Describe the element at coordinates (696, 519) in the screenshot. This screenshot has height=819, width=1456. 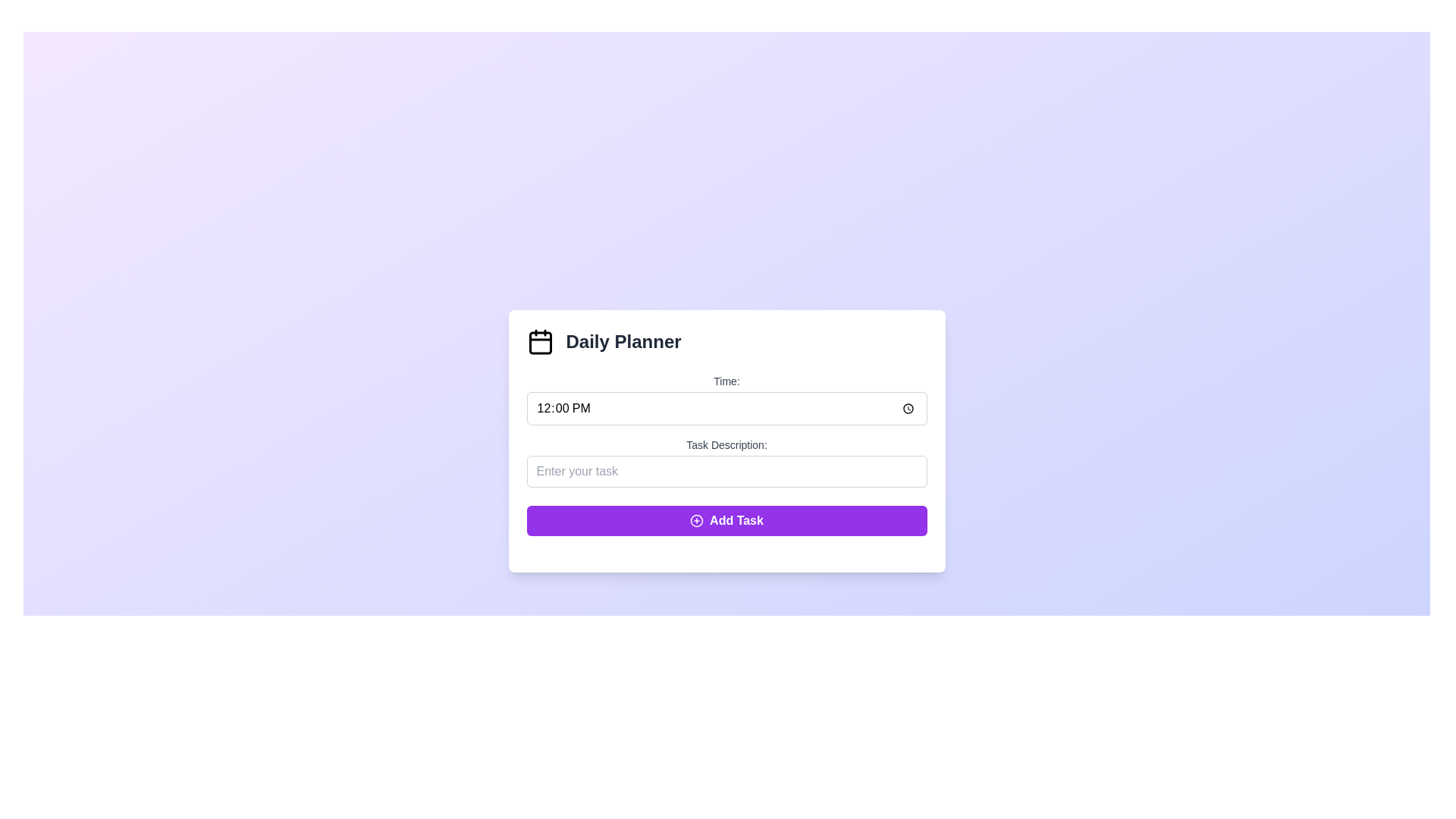
I see `the 'Add Task' button surrounding the SVG Circle` at that location.